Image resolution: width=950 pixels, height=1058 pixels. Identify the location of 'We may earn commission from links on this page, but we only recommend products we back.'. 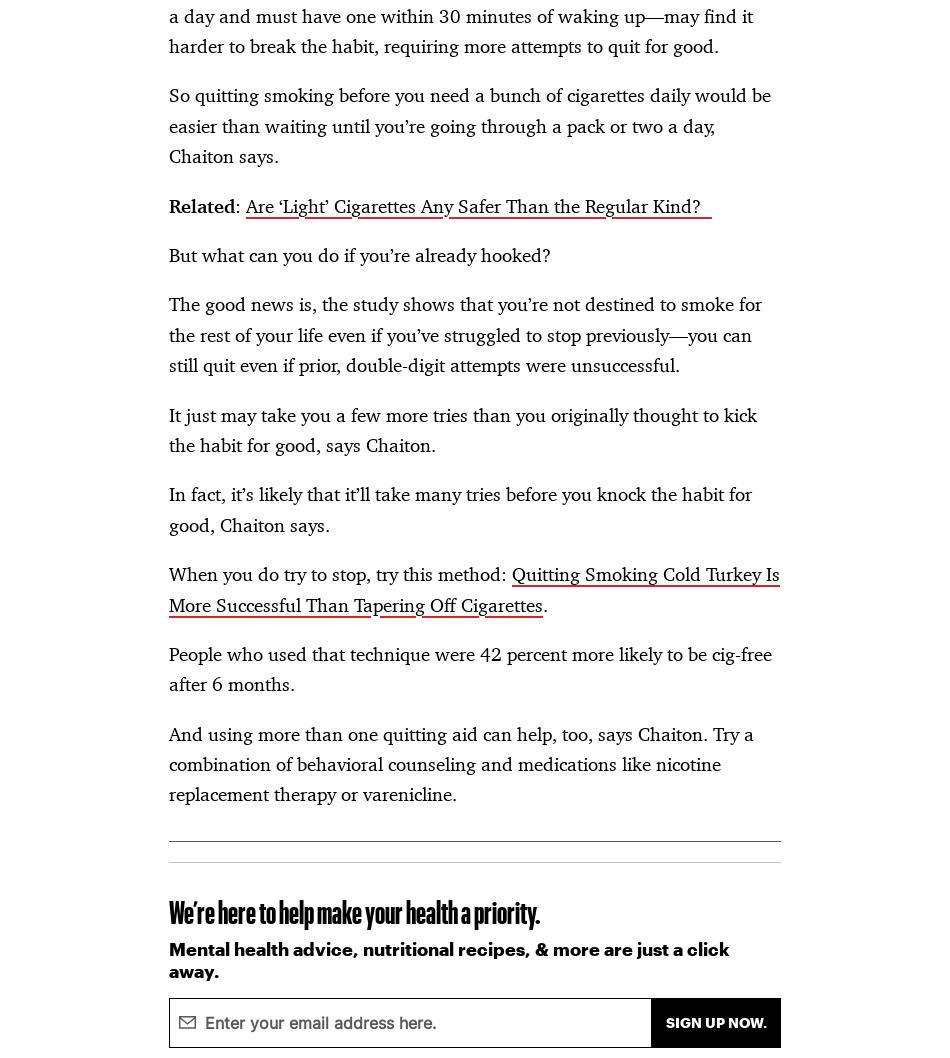
(354, 286).